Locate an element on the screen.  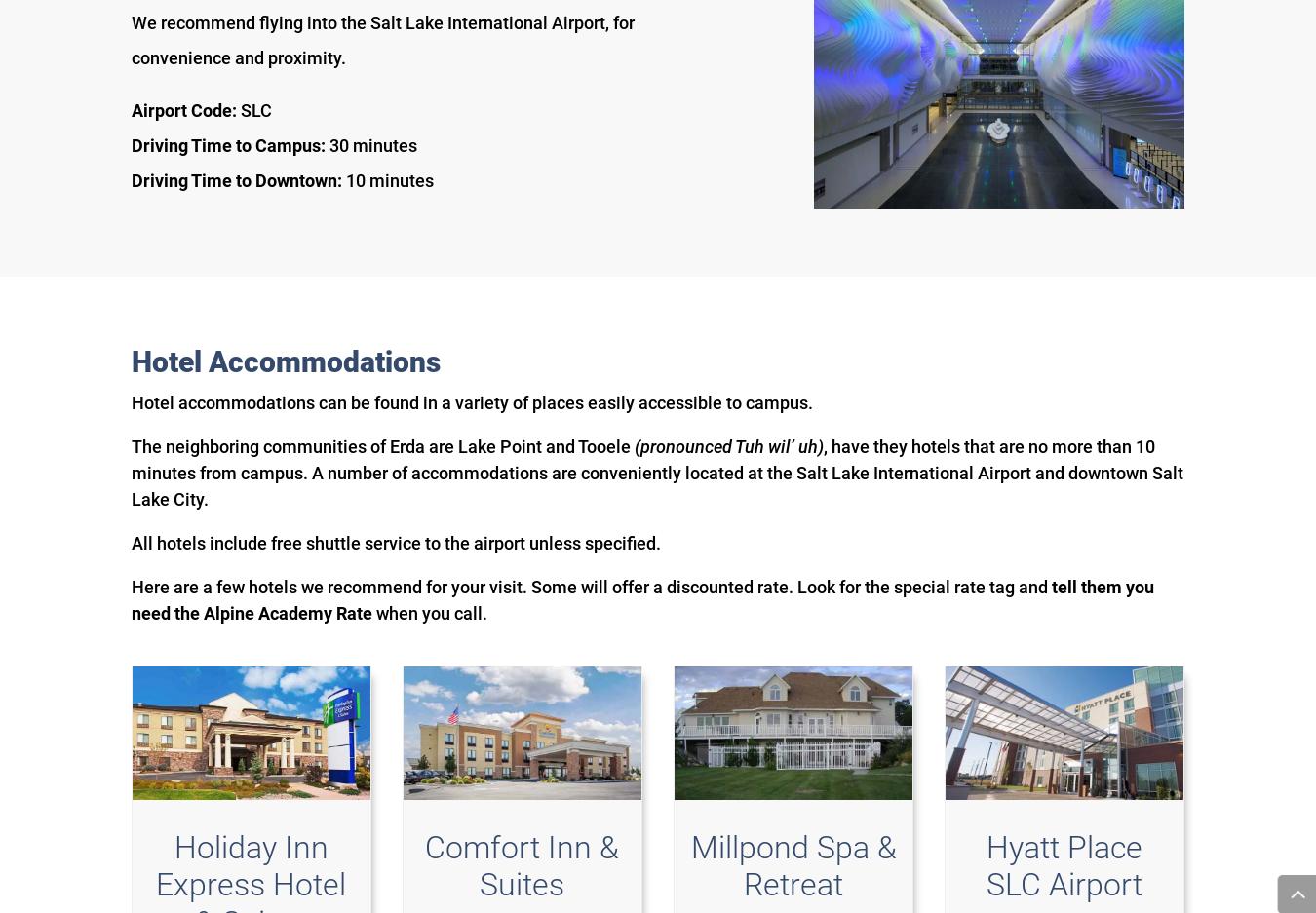
'Millpond Spa & Retreat' is located at coordinates (688, 864).